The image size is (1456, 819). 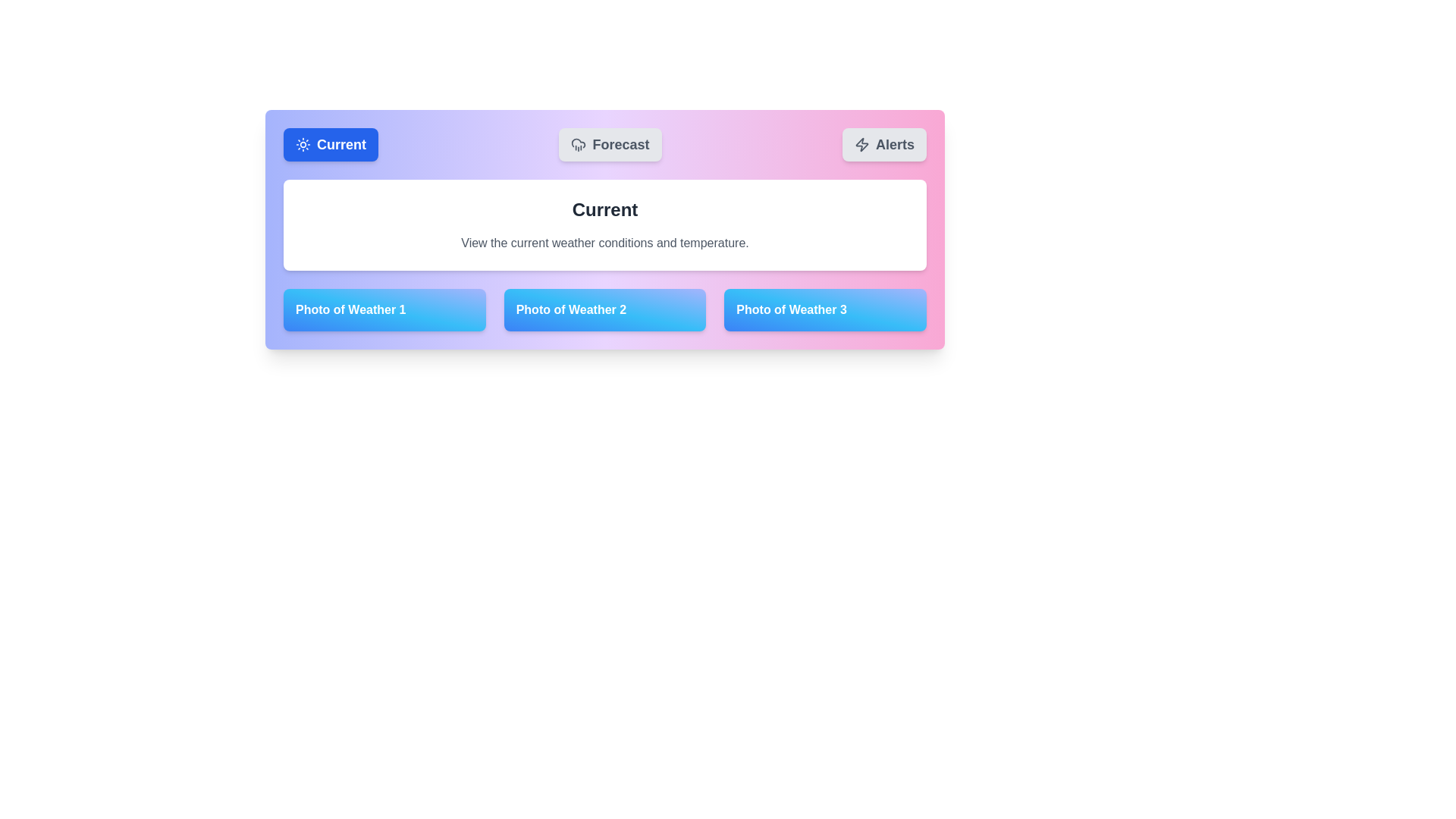 What do you see at coordinates (604, 309) in the screenshot?
I see `the 'Weather 2' informative button located in the second position of a horizontal row of three buttons below the 'View the current weather conditions and temperature' section` at bounding box center [604, 309].